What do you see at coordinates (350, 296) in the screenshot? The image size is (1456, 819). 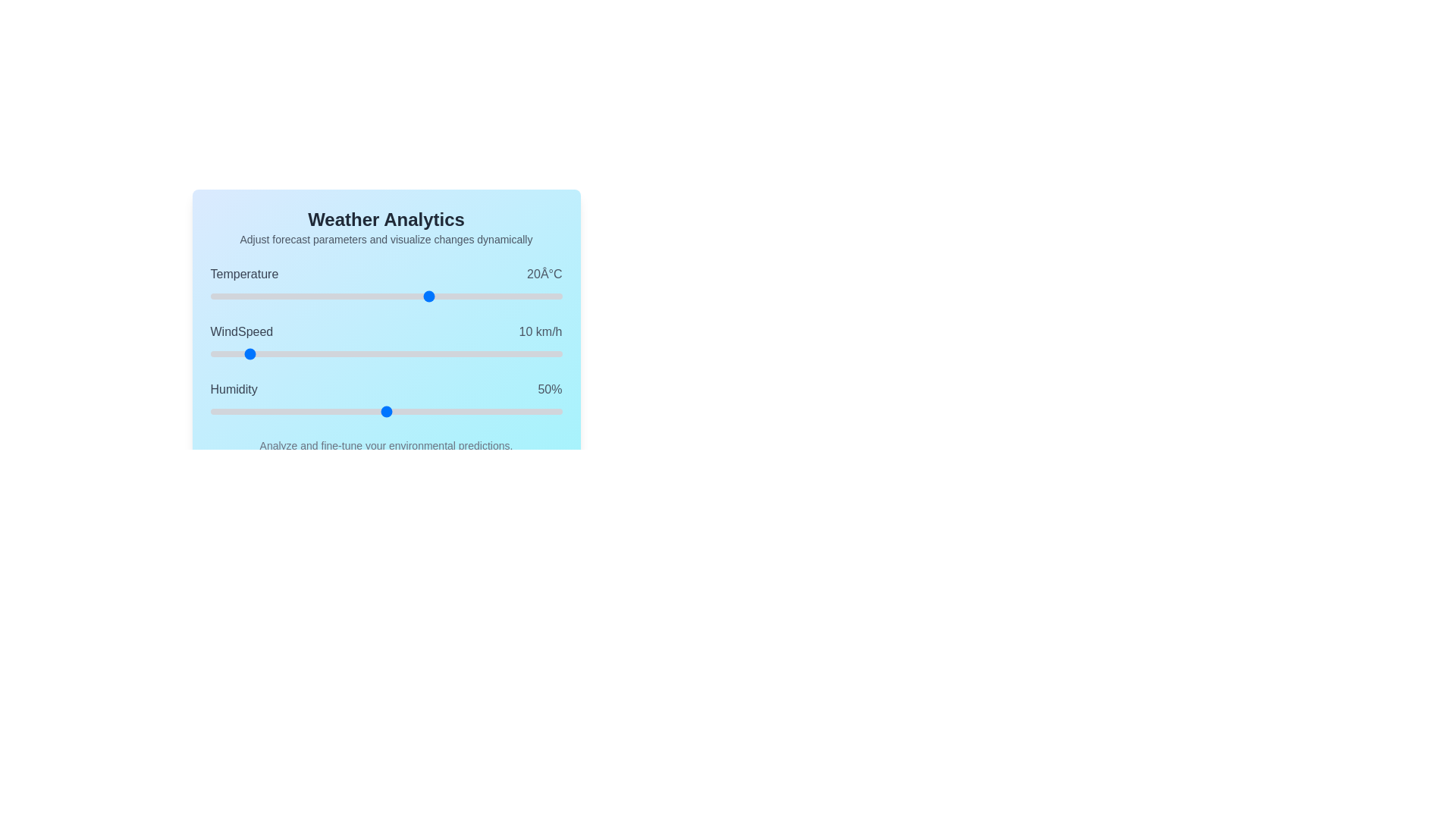 I see `the temperature slider to set the value to 2°C` at bounding box center [350, 296].